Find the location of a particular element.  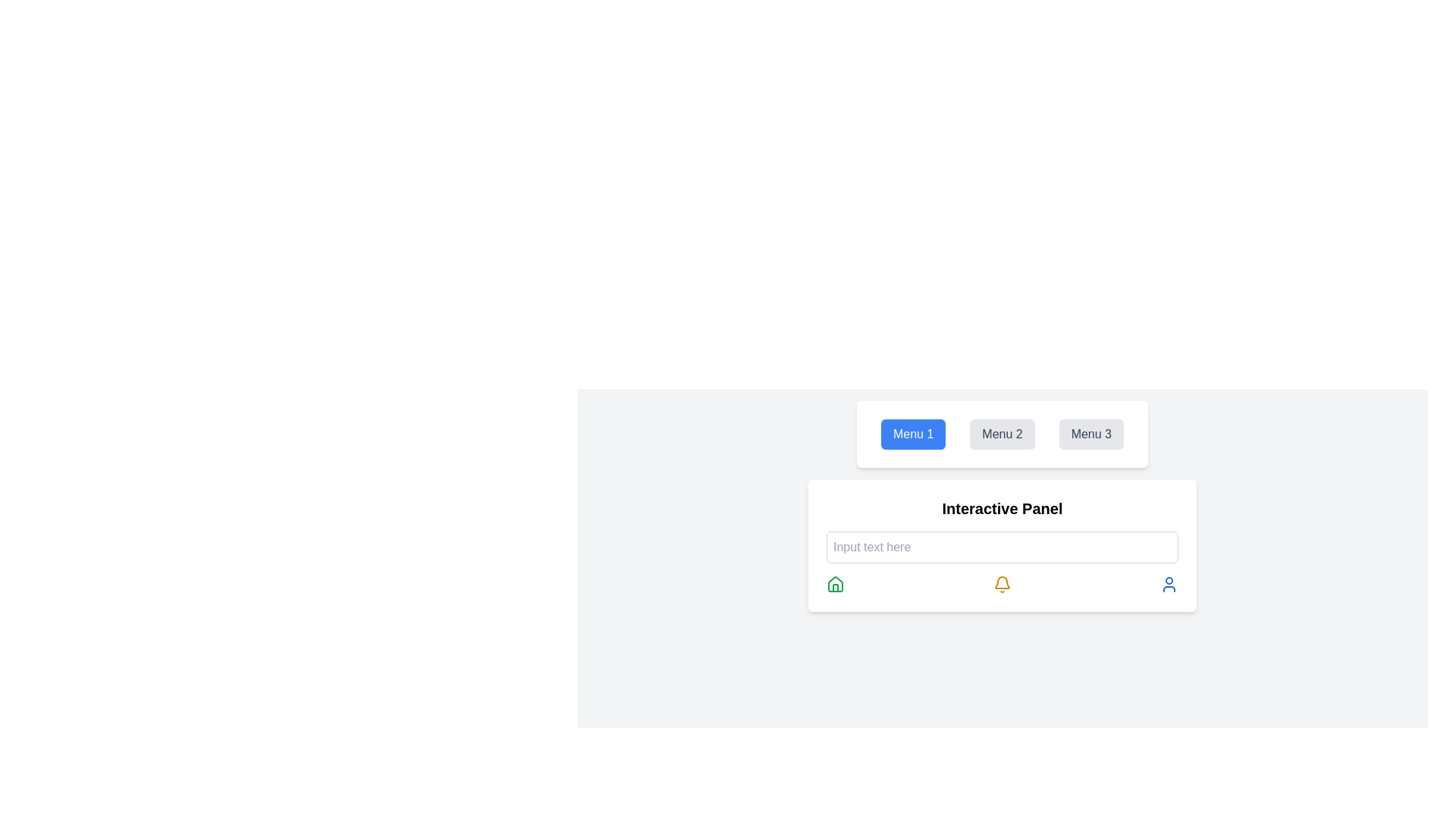

the second button in a set of three buttons, located between the blue 'Menu 1' button and the gray 'Menu 3' button is located at coordinates (1002, 435).